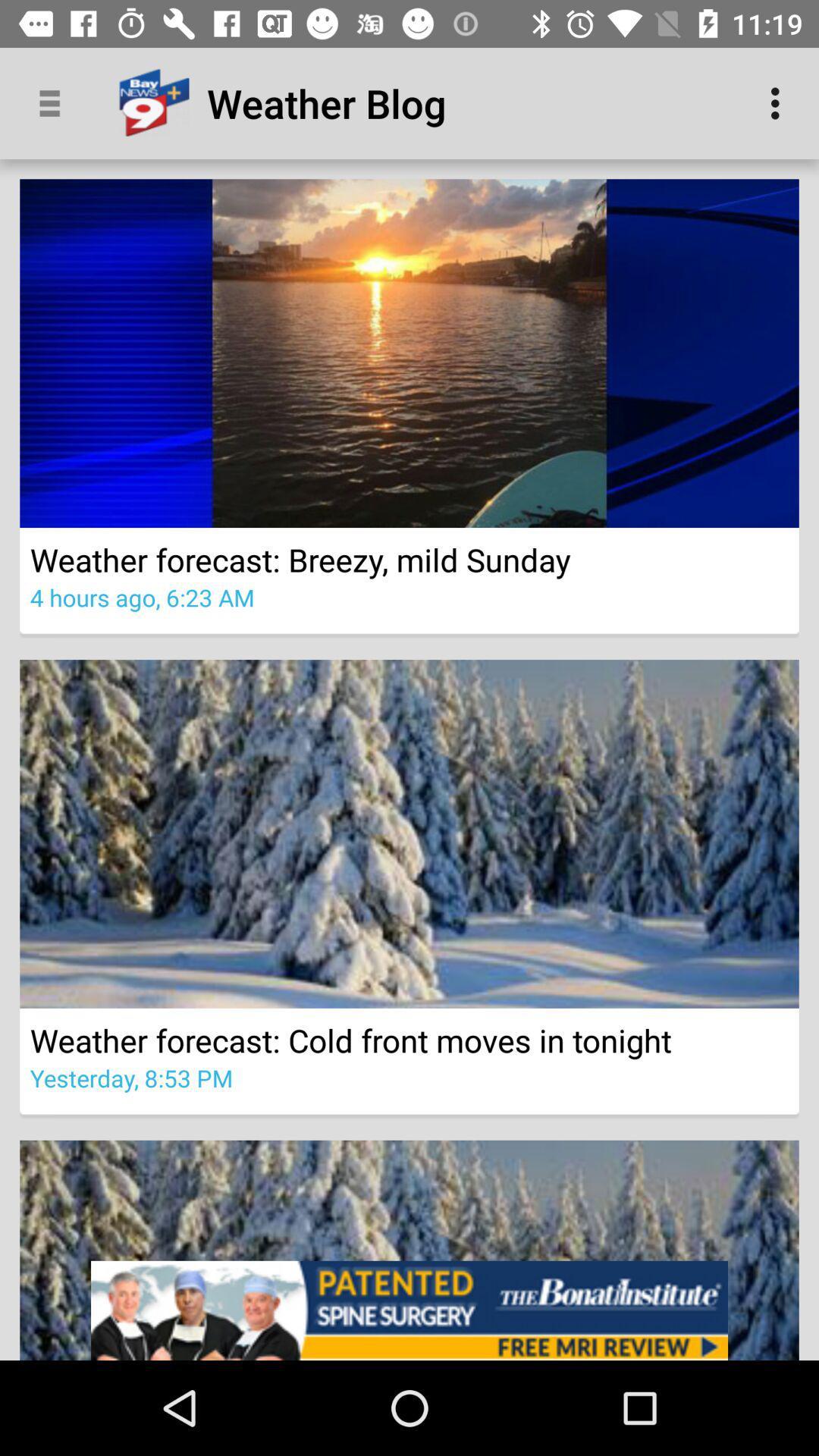 This screenshot has width=819, height=1456. What do you see at coordinates (779, 102) in the screenshot?
I see `the icon at the top right corner` at bounding box center [779, 102].